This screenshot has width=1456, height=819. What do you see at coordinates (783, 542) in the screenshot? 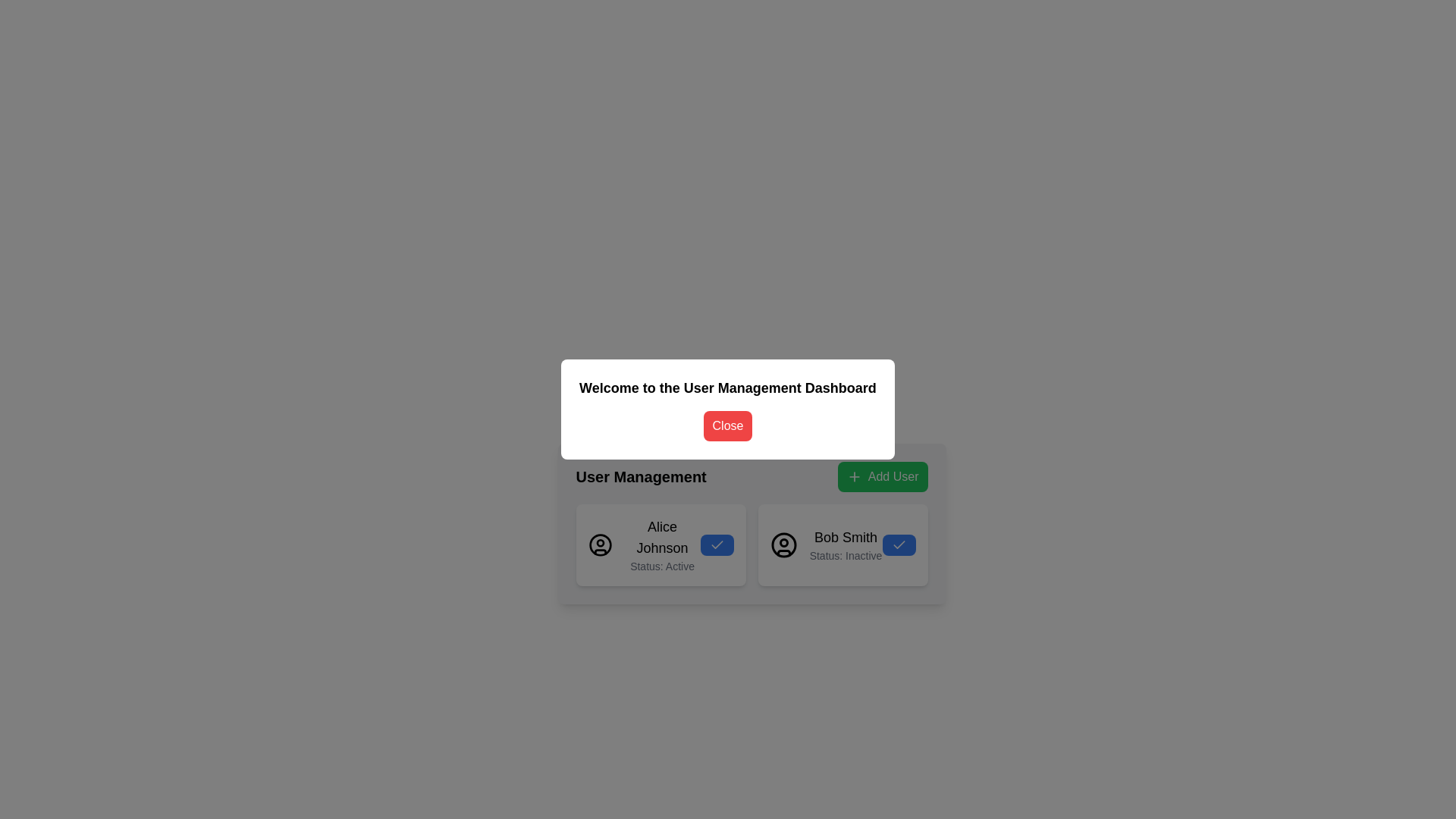
I see `the status indicator located within the user profile icon for Bob Smith, positioned in the upper half of the circle representing the face` at bounding box center [783, 542].